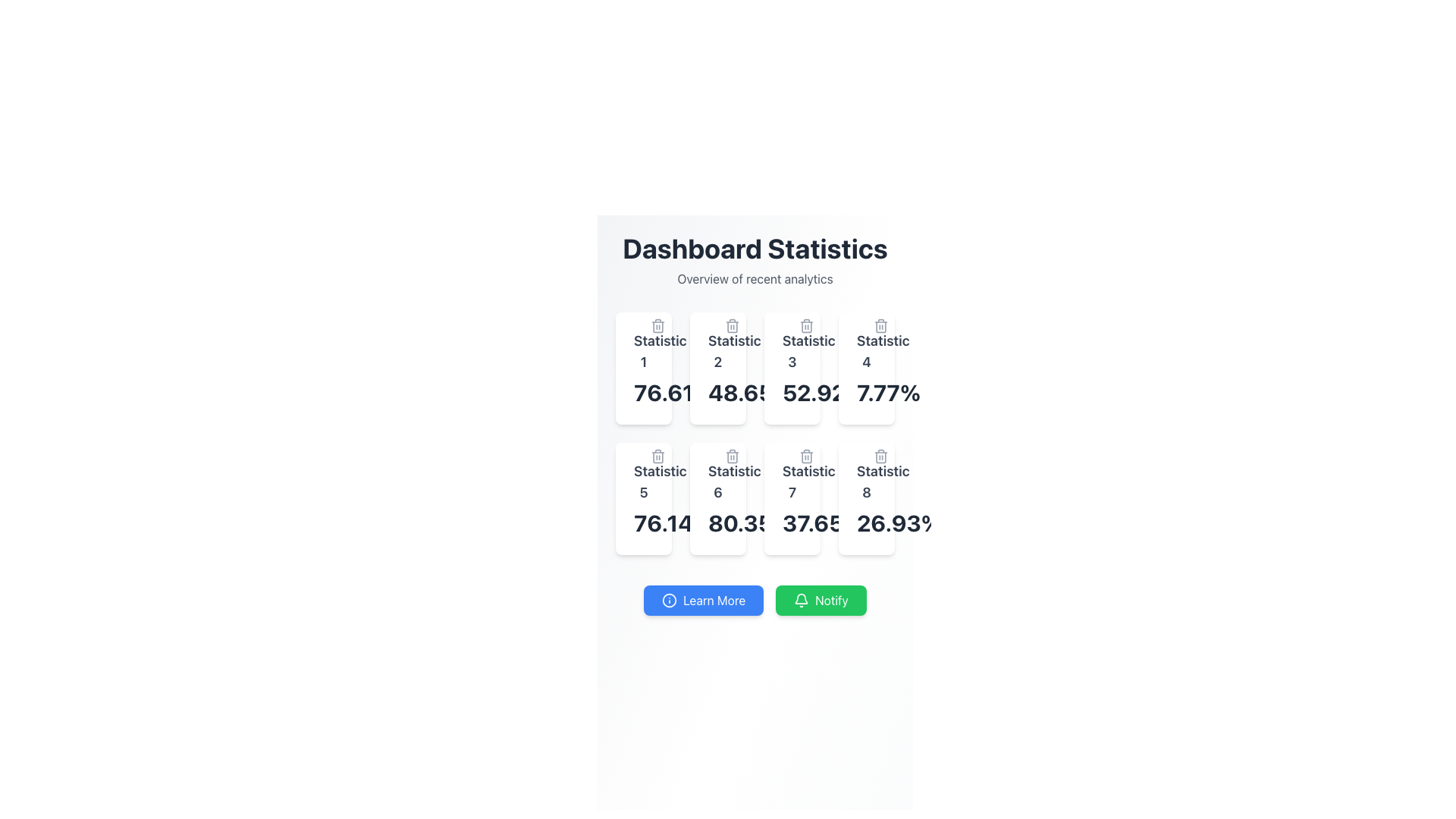  Describe the element at coordinates (866, 369) in the screenshot. I see `the informational card displaying 'Statistic 4' with the delete action icon in the first row, fourth column` at that location.